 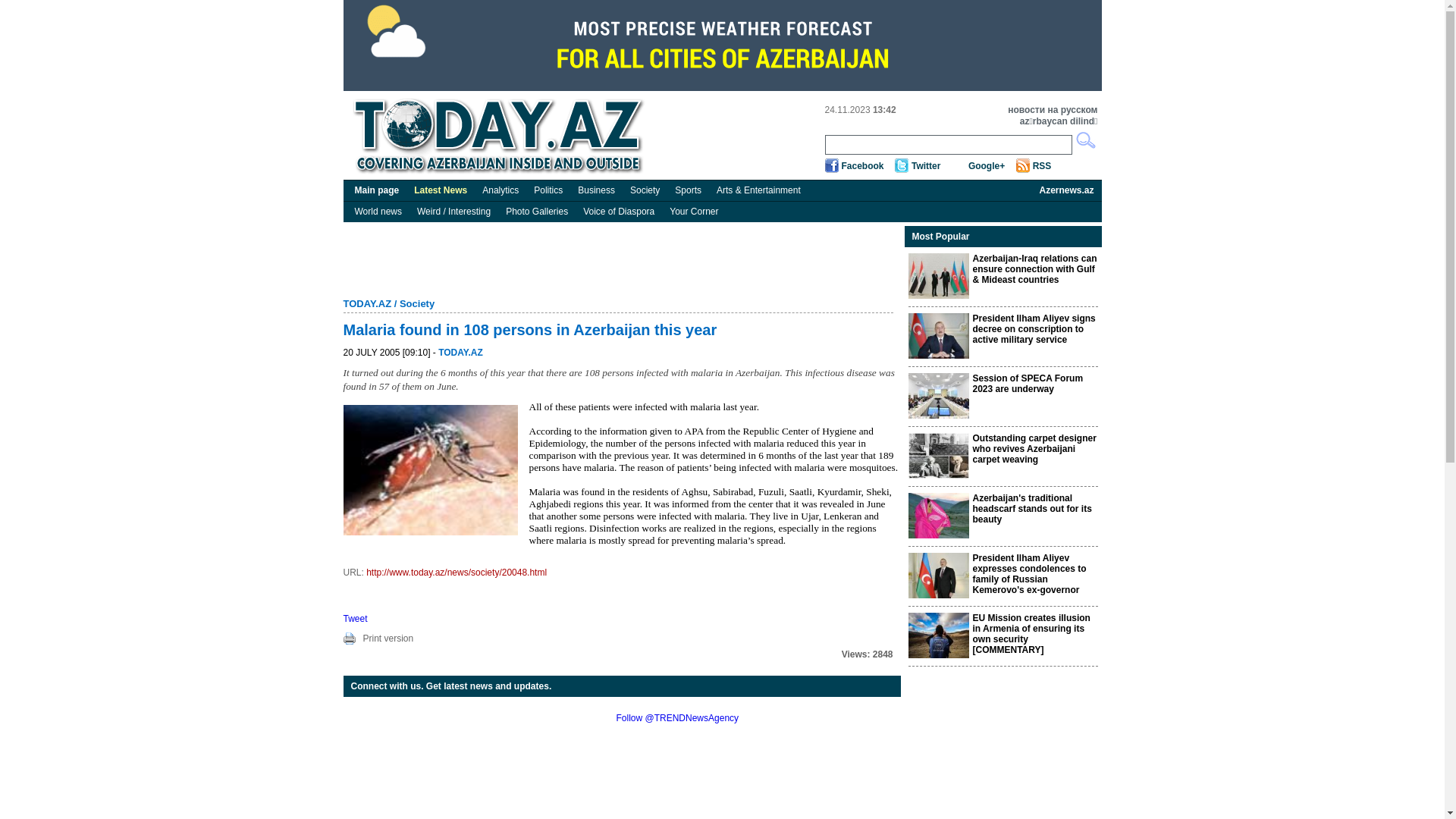 What do you see at coordinates (353, 619) in the screenshot?
I see `'Tweet'` at bounding box center [353, 619].